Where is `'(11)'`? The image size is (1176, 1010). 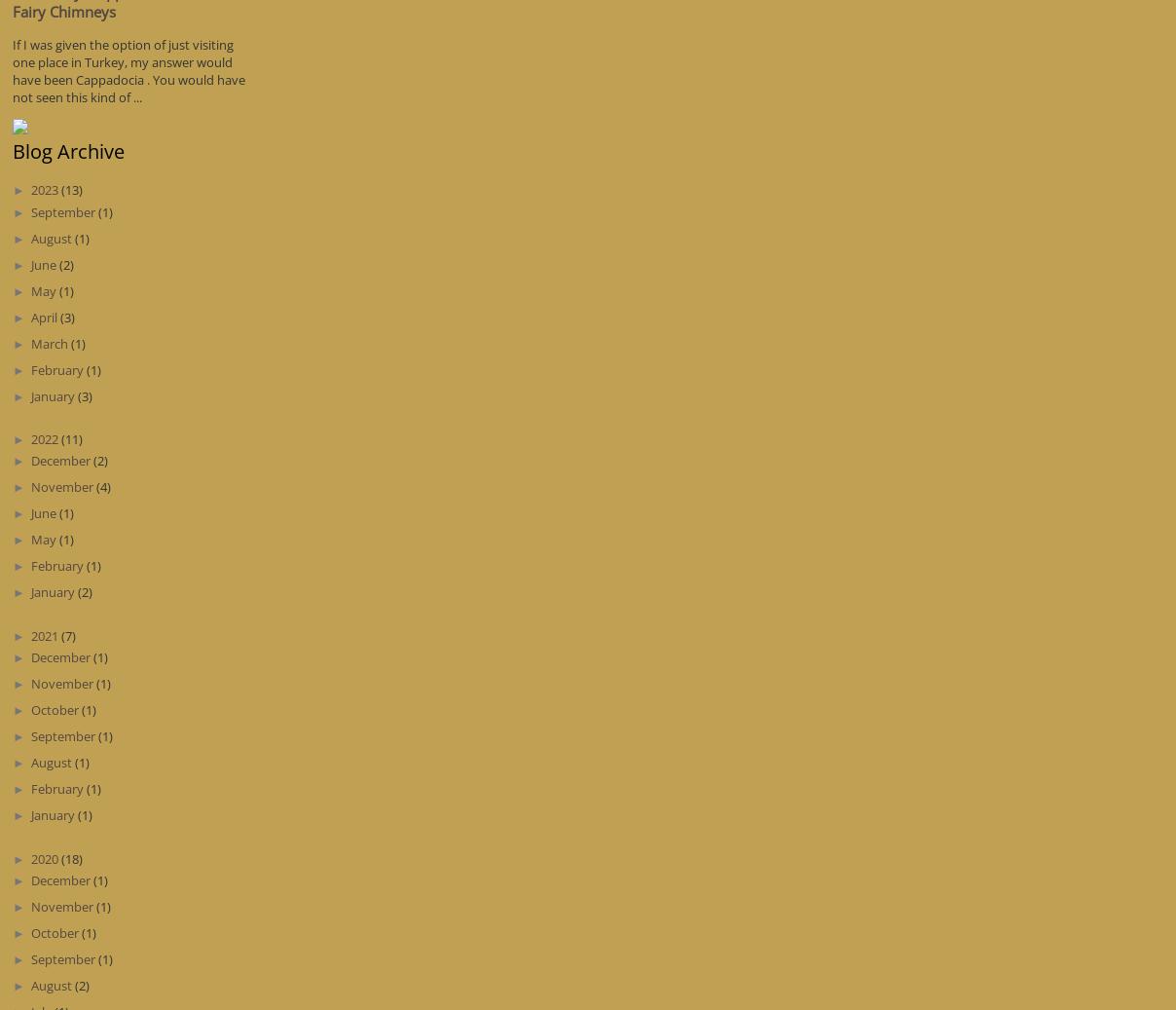
'(11)' is located at coordinates (69, 436).